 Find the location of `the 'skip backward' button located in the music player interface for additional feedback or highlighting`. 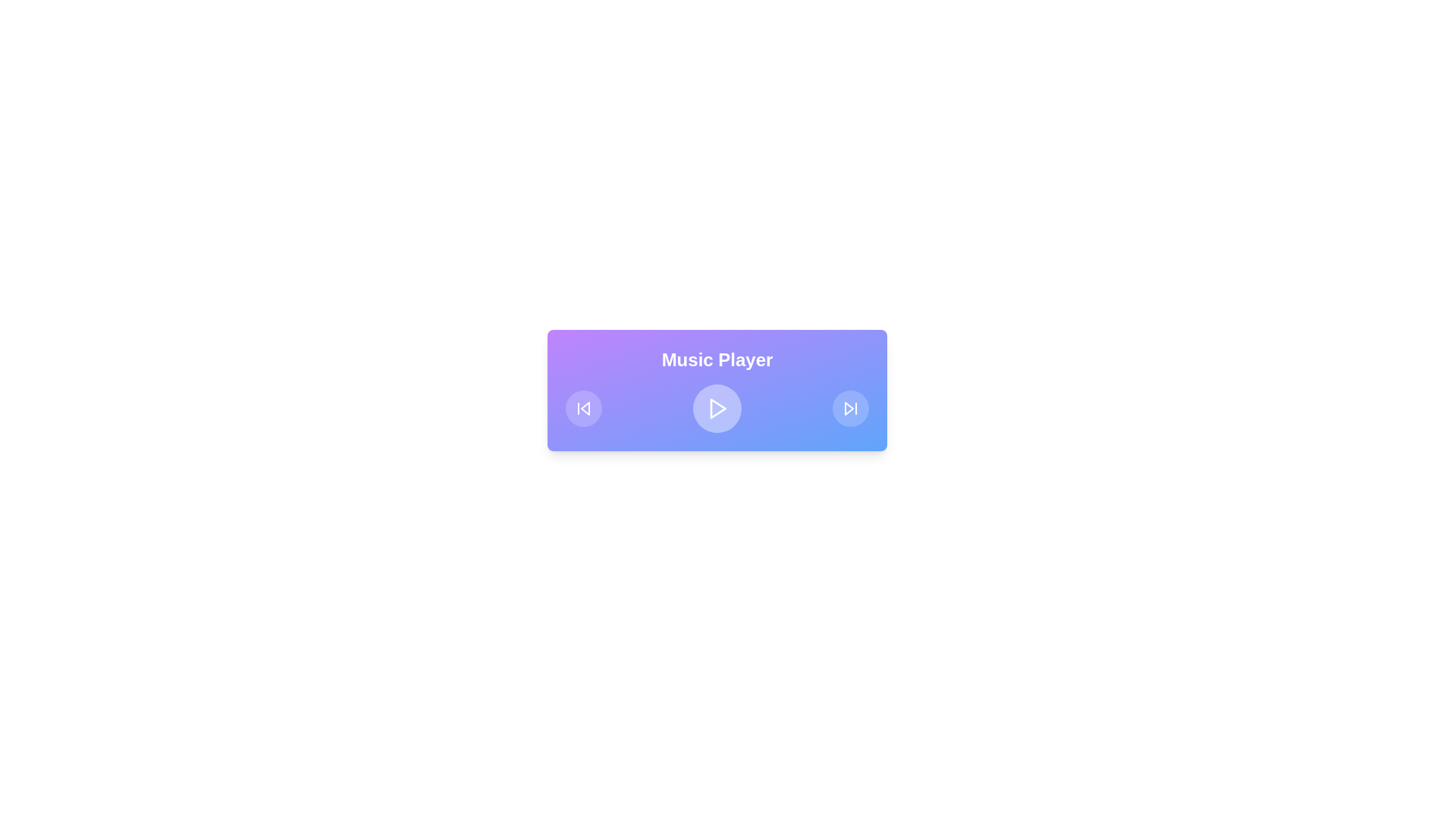

the 'skip backward' button located in the music player interface for additional feedback or highlighting is located at coordinates (582, 408).